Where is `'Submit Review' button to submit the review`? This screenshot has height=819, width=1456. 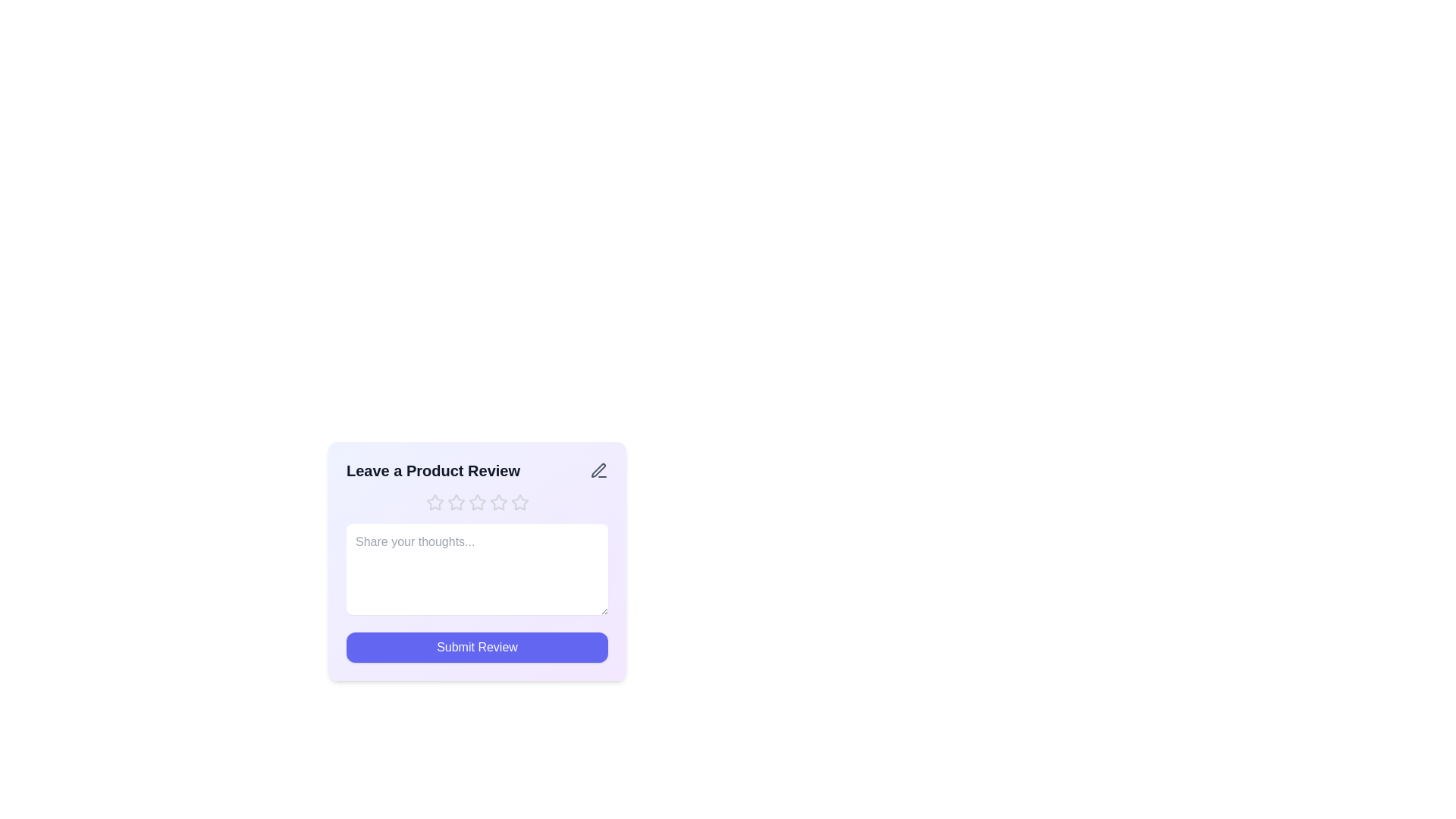
'Submit Review' button to submit the review is located at coordinates (476, 647).